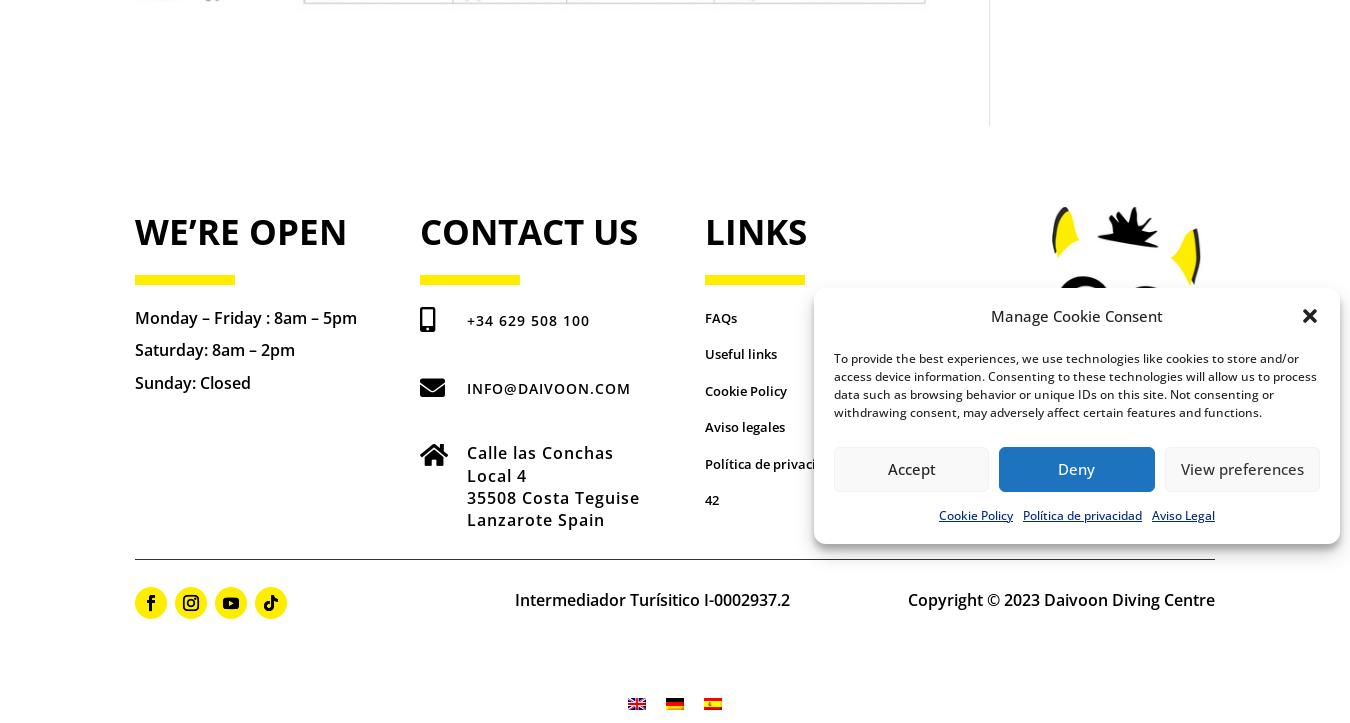 This screenshot has width=1350, height=723. Describe the element at coordinates (135, 229) in the screenshot. I see `'We’re Open'` at that location.